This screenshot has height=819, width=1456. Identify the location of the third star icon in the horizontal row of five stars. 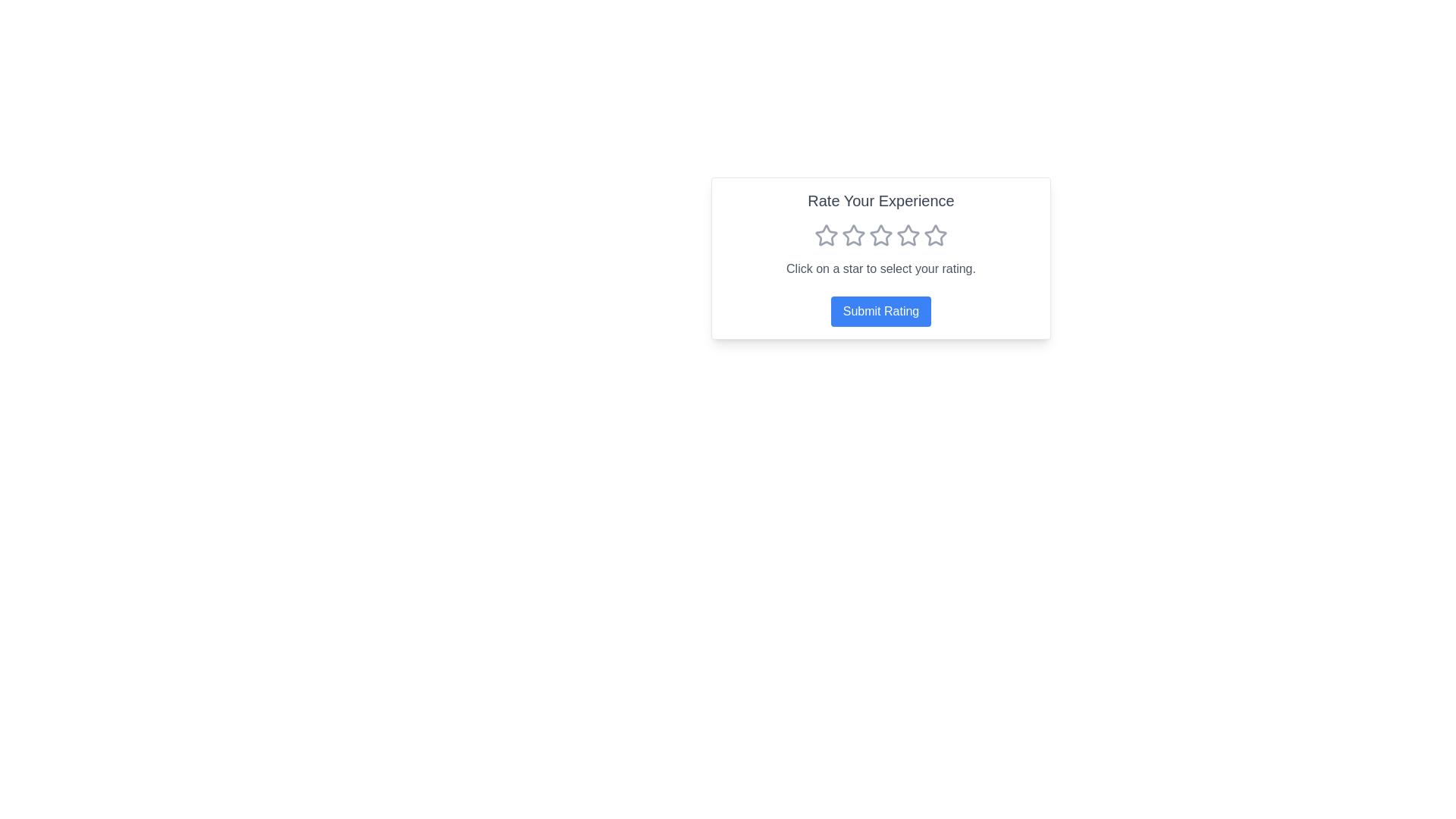
(854, 236).